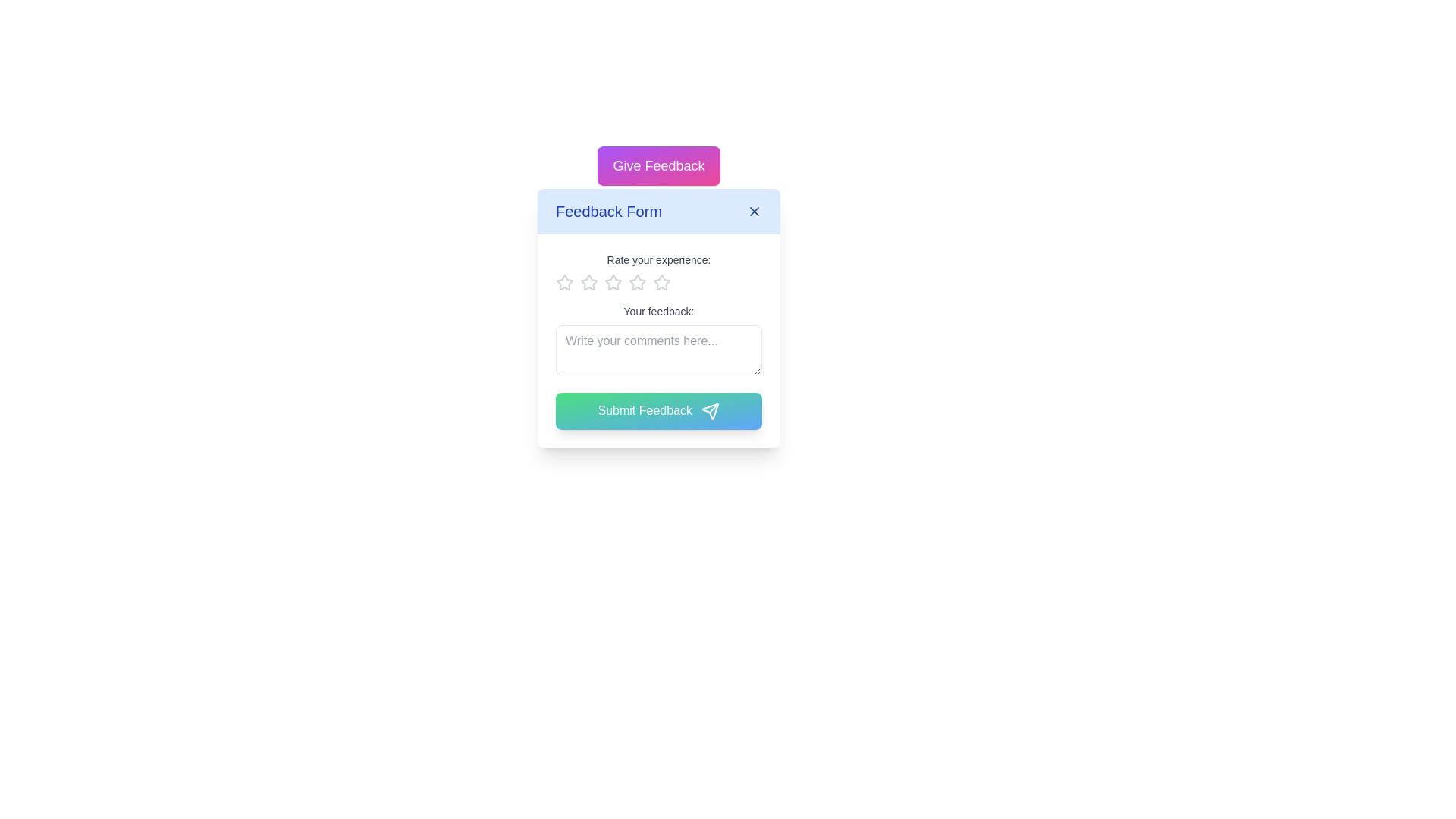  Describe the element at coordinates (563, 283) in the screenshot. I see `the first star button in the feedback rating section` at that location.